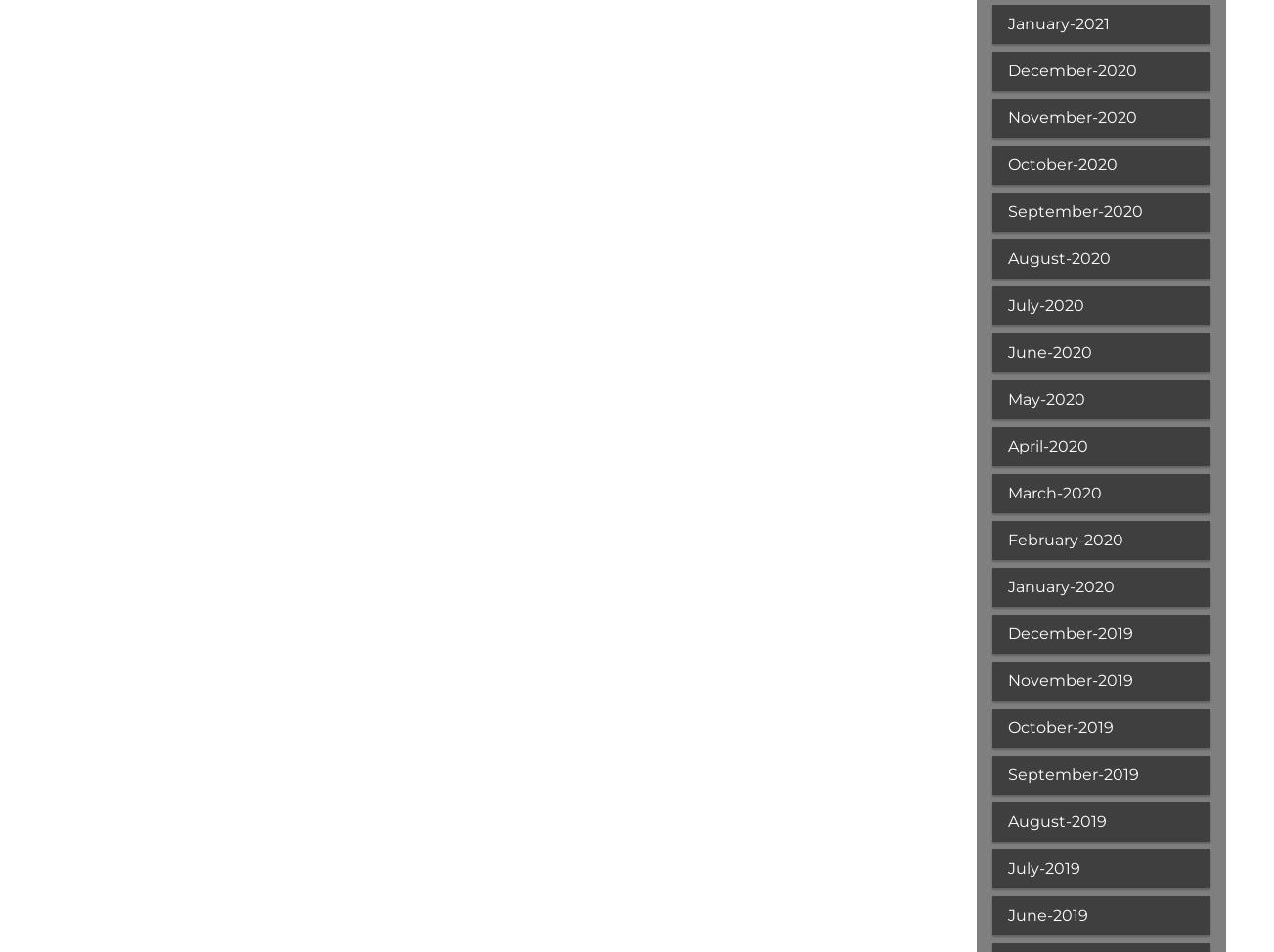  What do you see at coordinates (1007, 398) in the screenshot?
I see `'May-2020'` at bounding box center [1007, 398].